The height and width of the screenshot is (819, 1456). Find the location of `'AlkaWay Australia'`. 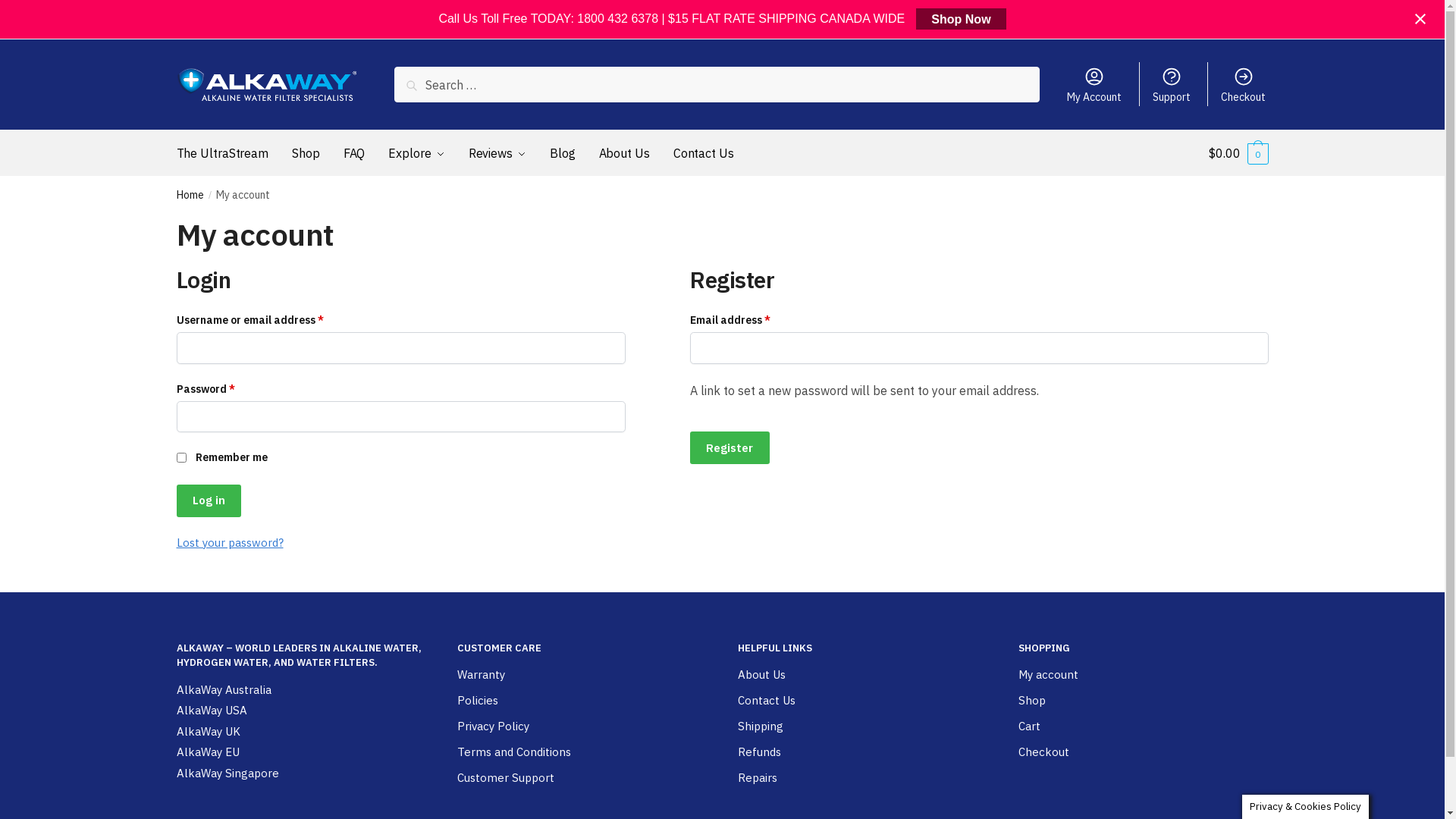

'AlkaWay Australia' is located at coordinates (222, 690).